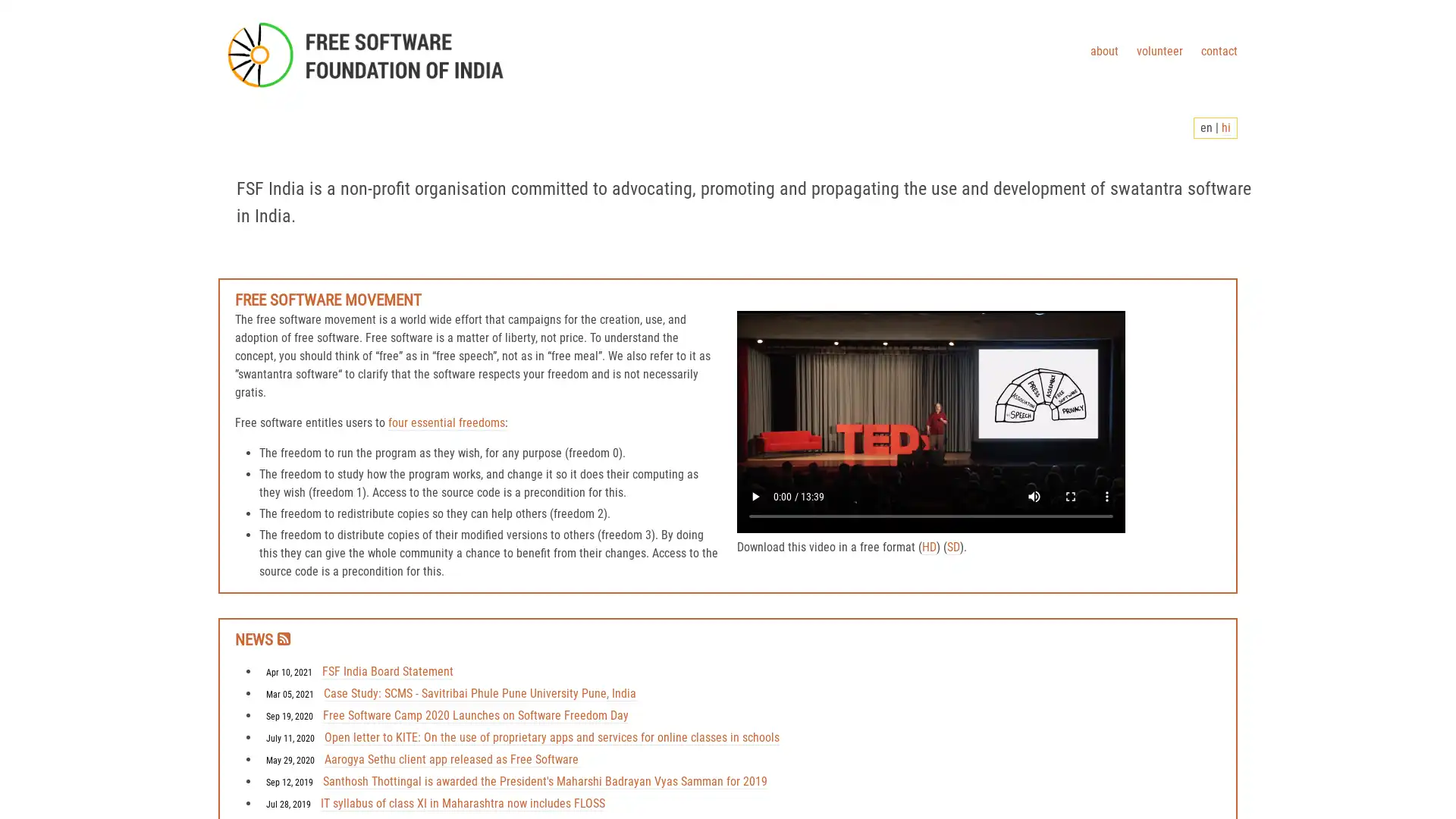  I want to click on play, so click(755, 497).